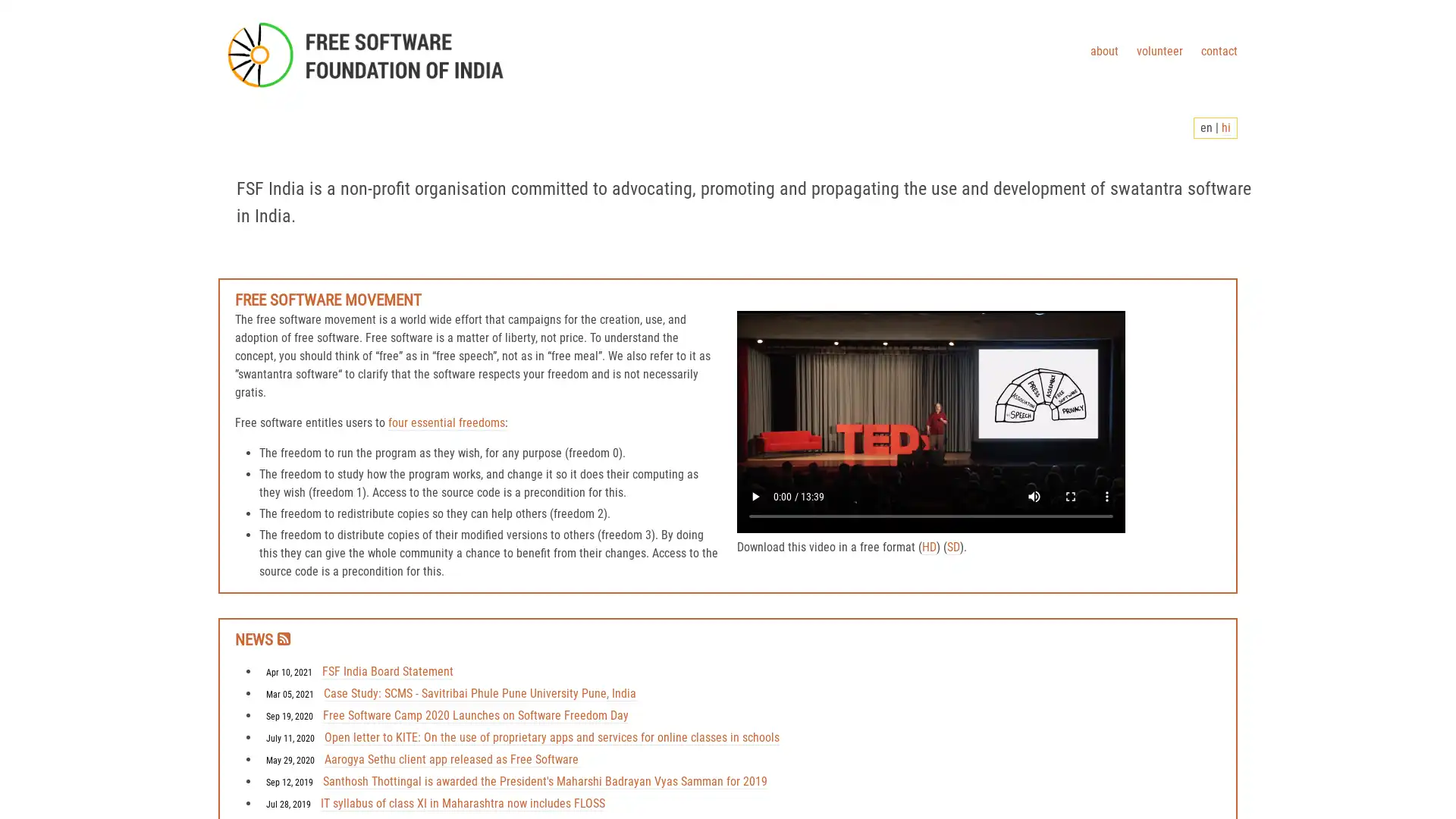  I want to click on play, so click(755, 497).